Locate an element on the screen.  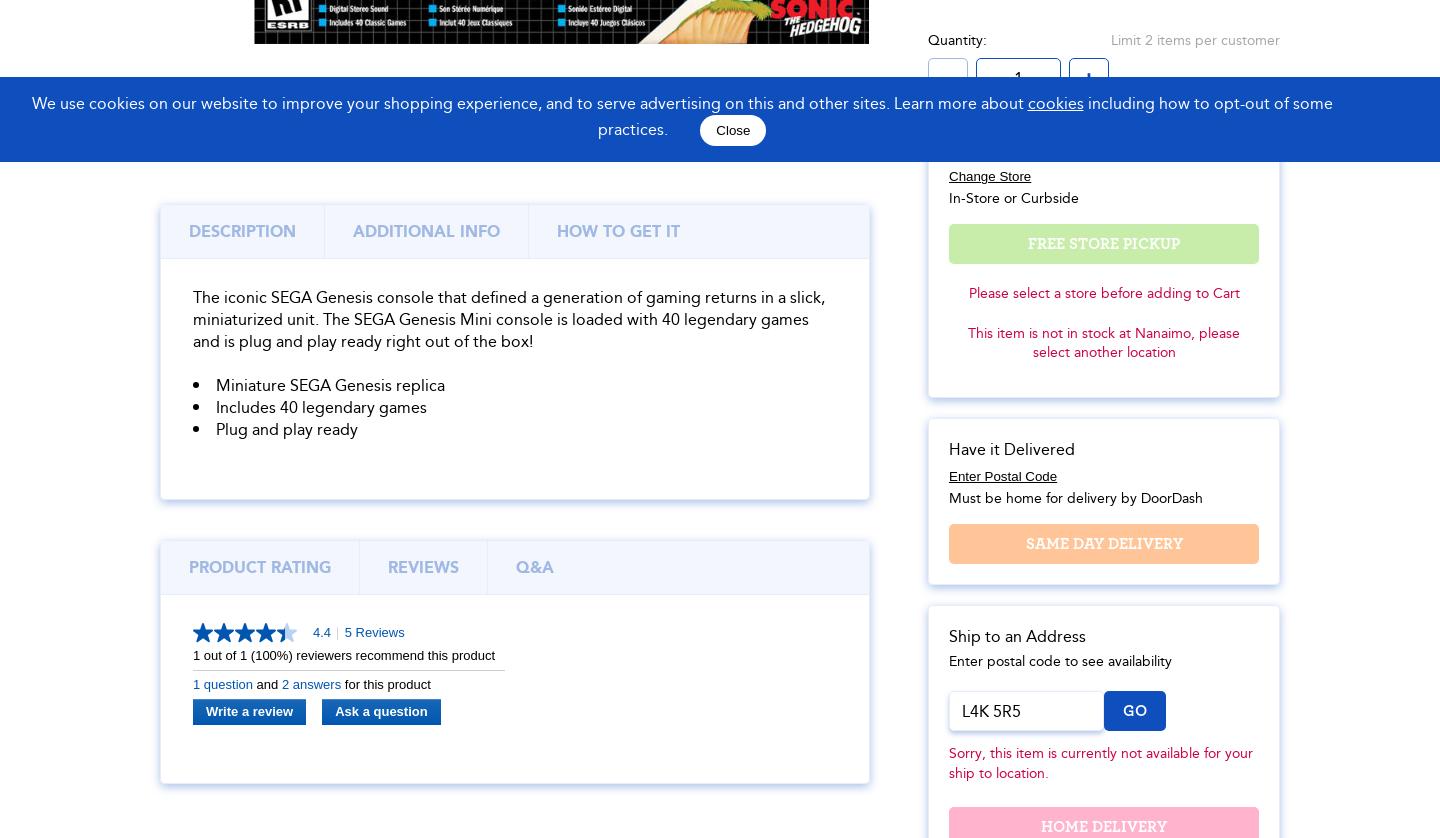
'Plug and play ready' is located at coordinates (285, 428).